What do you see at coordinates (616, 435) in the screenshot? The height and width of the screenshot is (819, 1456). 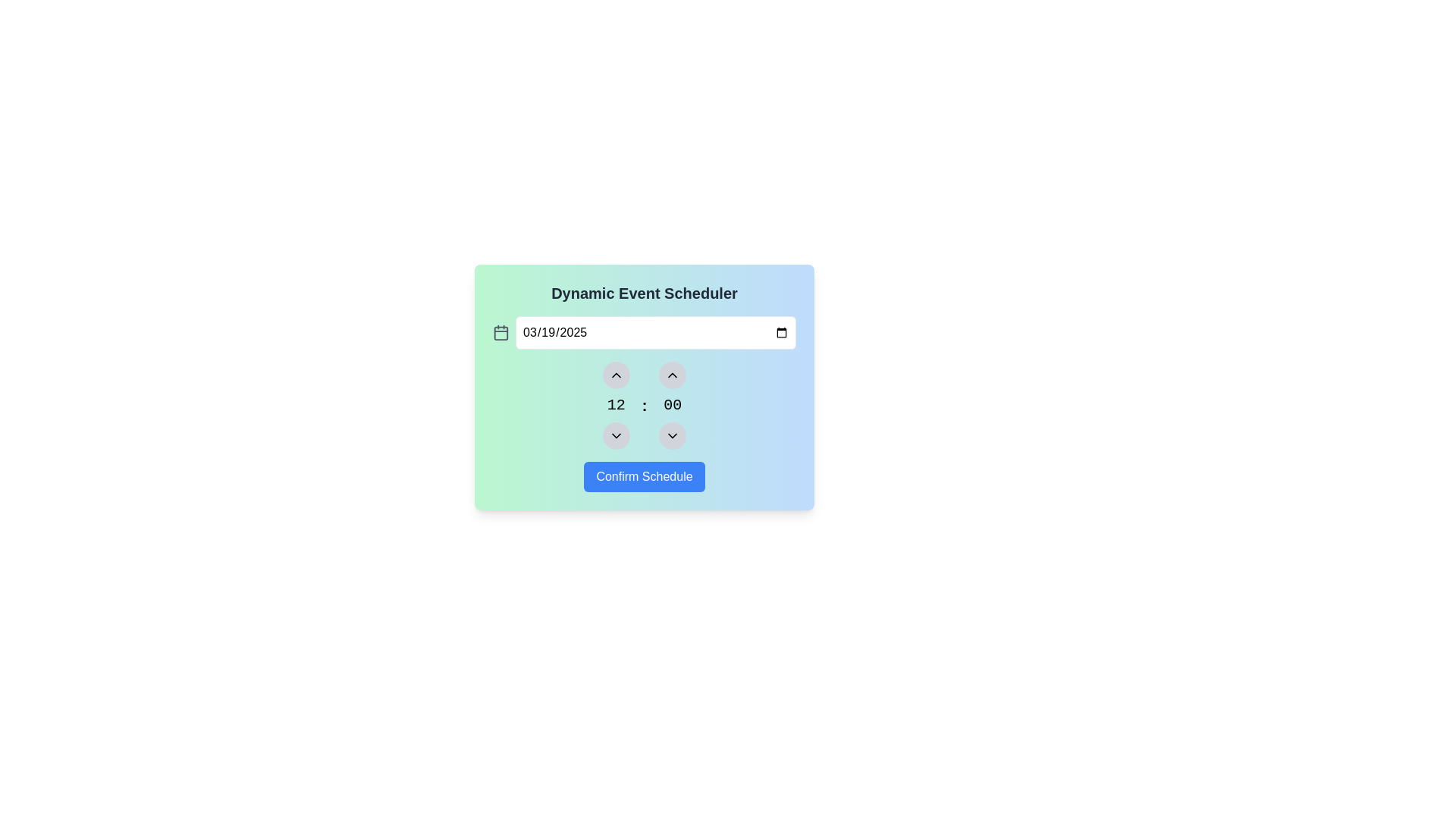 I see `the Dropdown button icon located centrally near the bottom part of the interface, right below the hour selector for the time setting for keyboard navigation` at bounding box center [616, 435].